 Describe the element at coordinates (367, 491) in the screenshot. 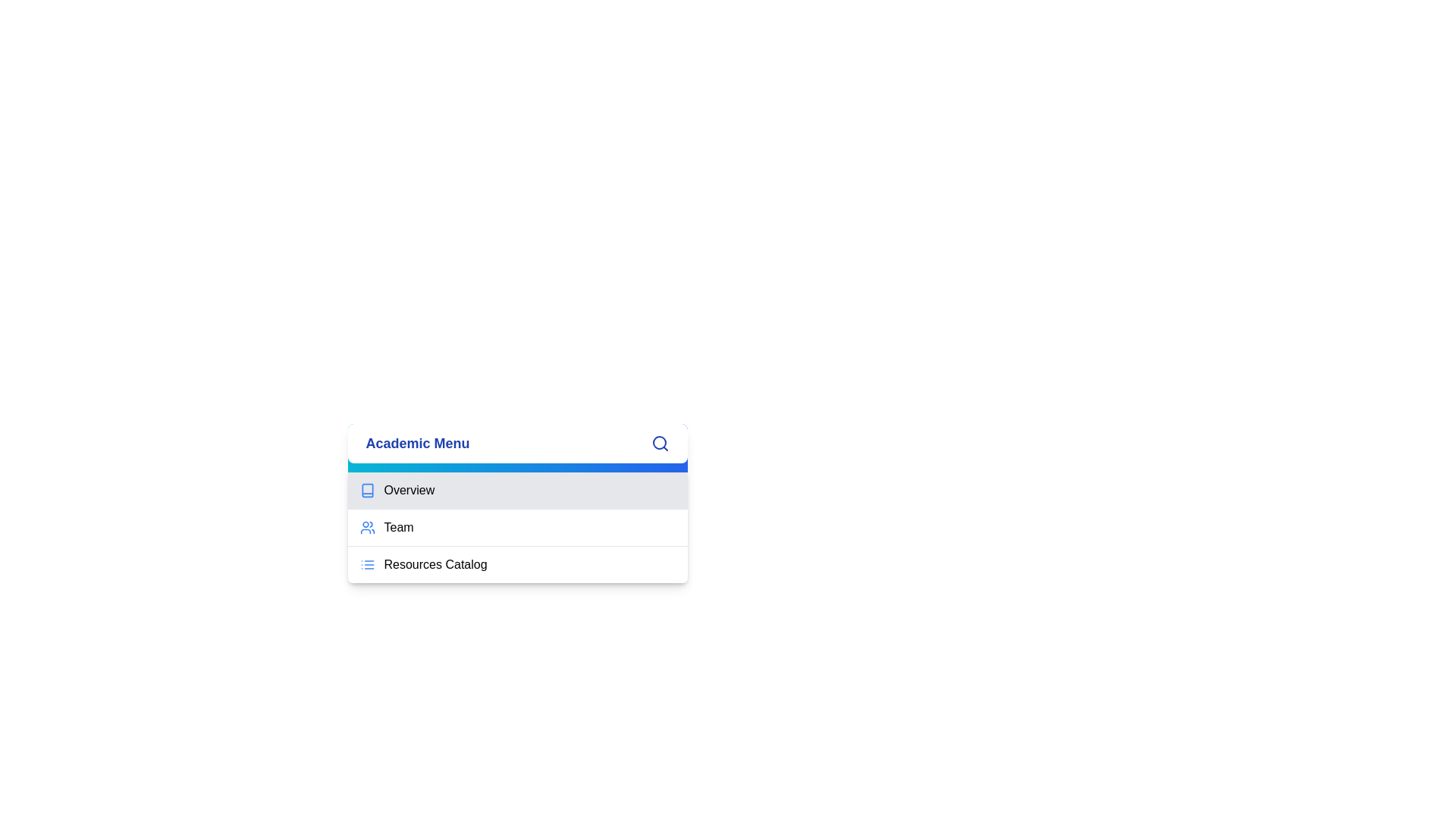

I see `icon resembling a book or document located to the left of the 'Overview' text in the 'Academic Menu'` at that location.